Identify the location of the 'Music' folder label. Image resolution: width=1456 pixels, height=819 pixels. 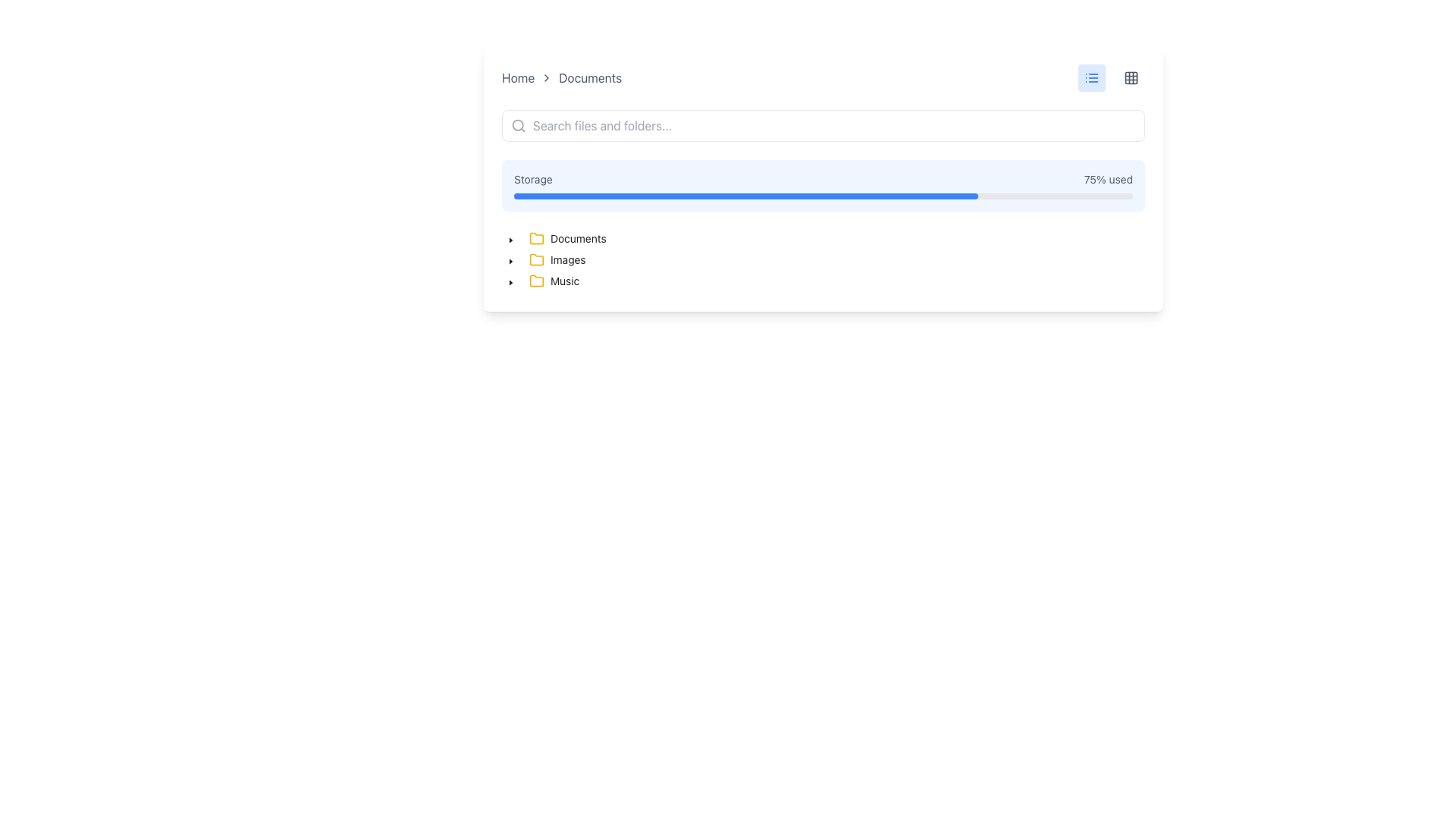
(543, 281).